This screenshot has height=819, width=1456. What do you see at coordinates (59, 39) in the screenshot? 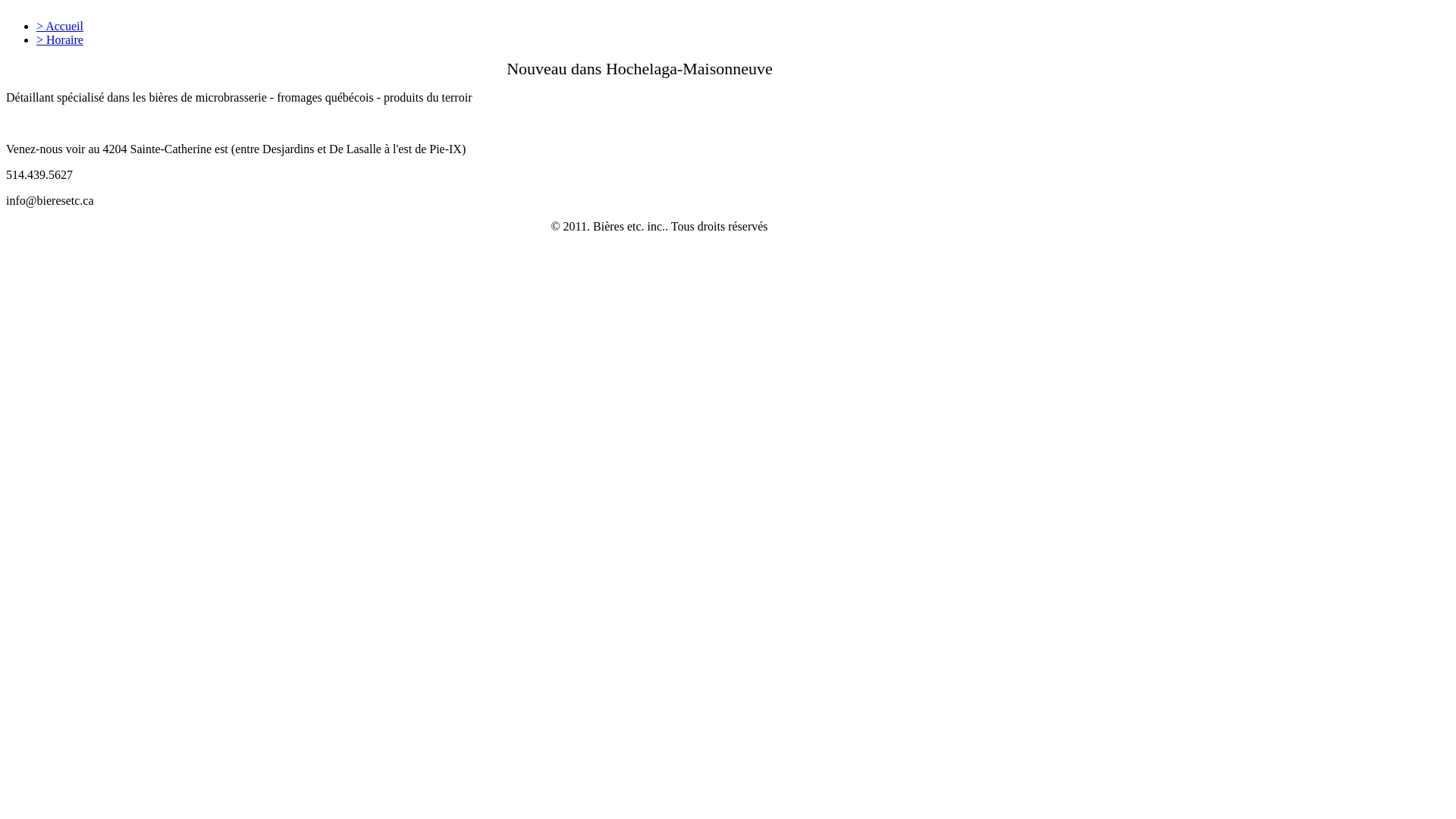
I see `'> Horaire'` at bounding box center [59, 39].